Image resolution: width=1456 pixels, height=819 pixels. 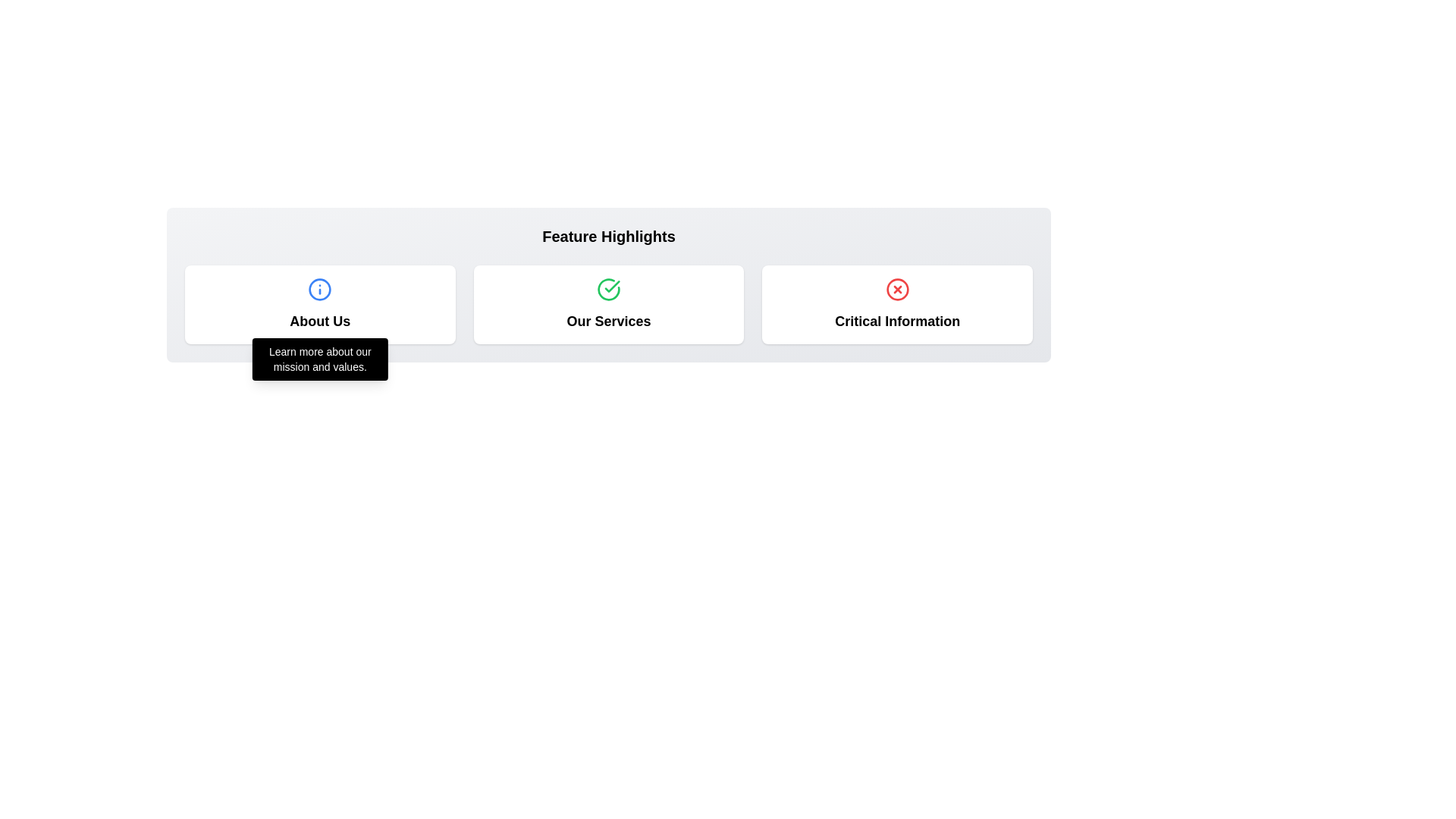 What do you see at coordinates (897, 289) in the screenshot?
I see `the red circular warning icon with an 'X' symbol, located above the text 'Critical Information' and adjacent to a green check icon` at bounding box center [897, 289].